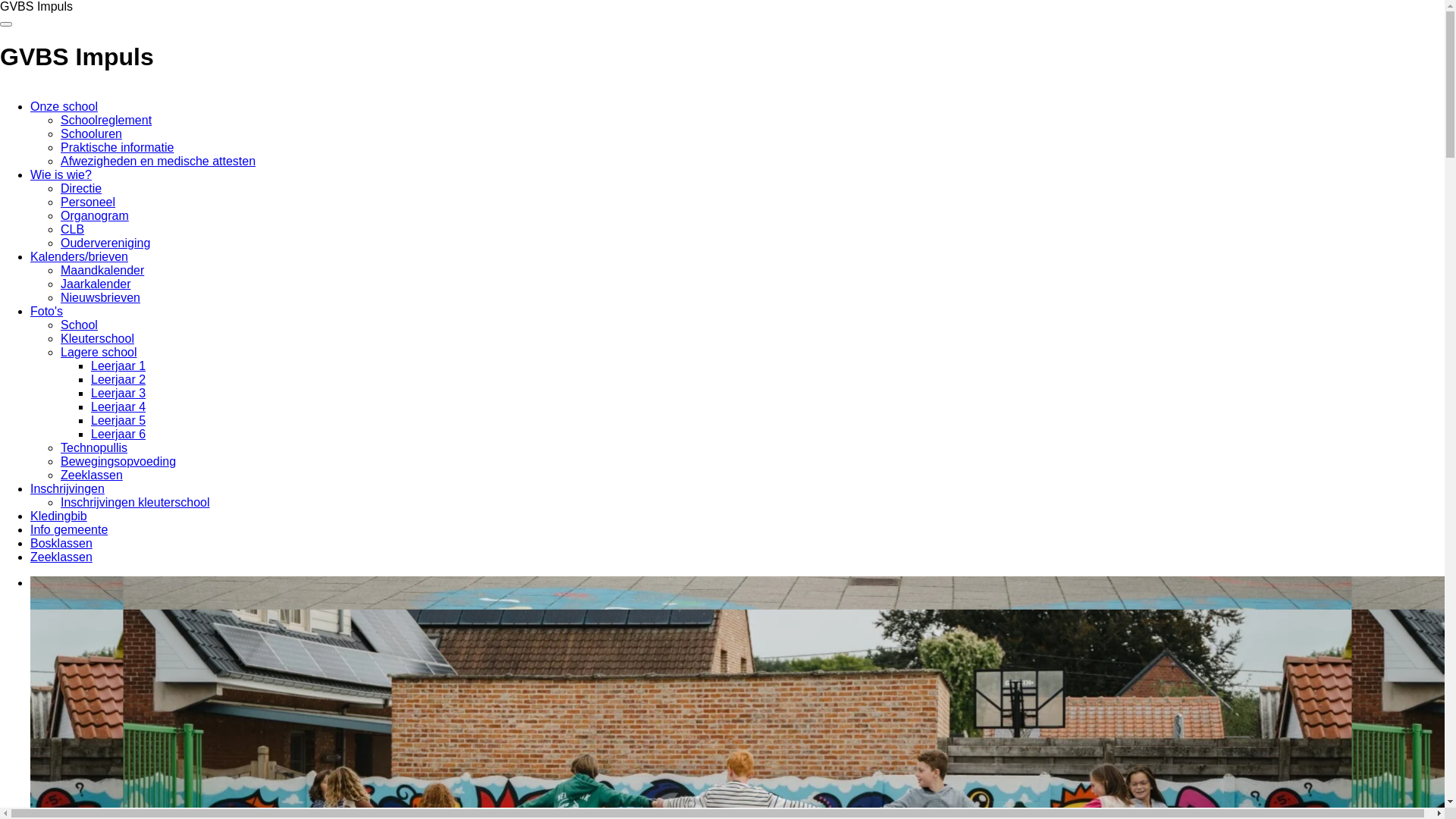 The height and width of the screenshot is (819, 1456). What do you see at coordinates (61, 174) in the screenshot?
I see `'Wie is wie?'` at bounding box center [61, 174].